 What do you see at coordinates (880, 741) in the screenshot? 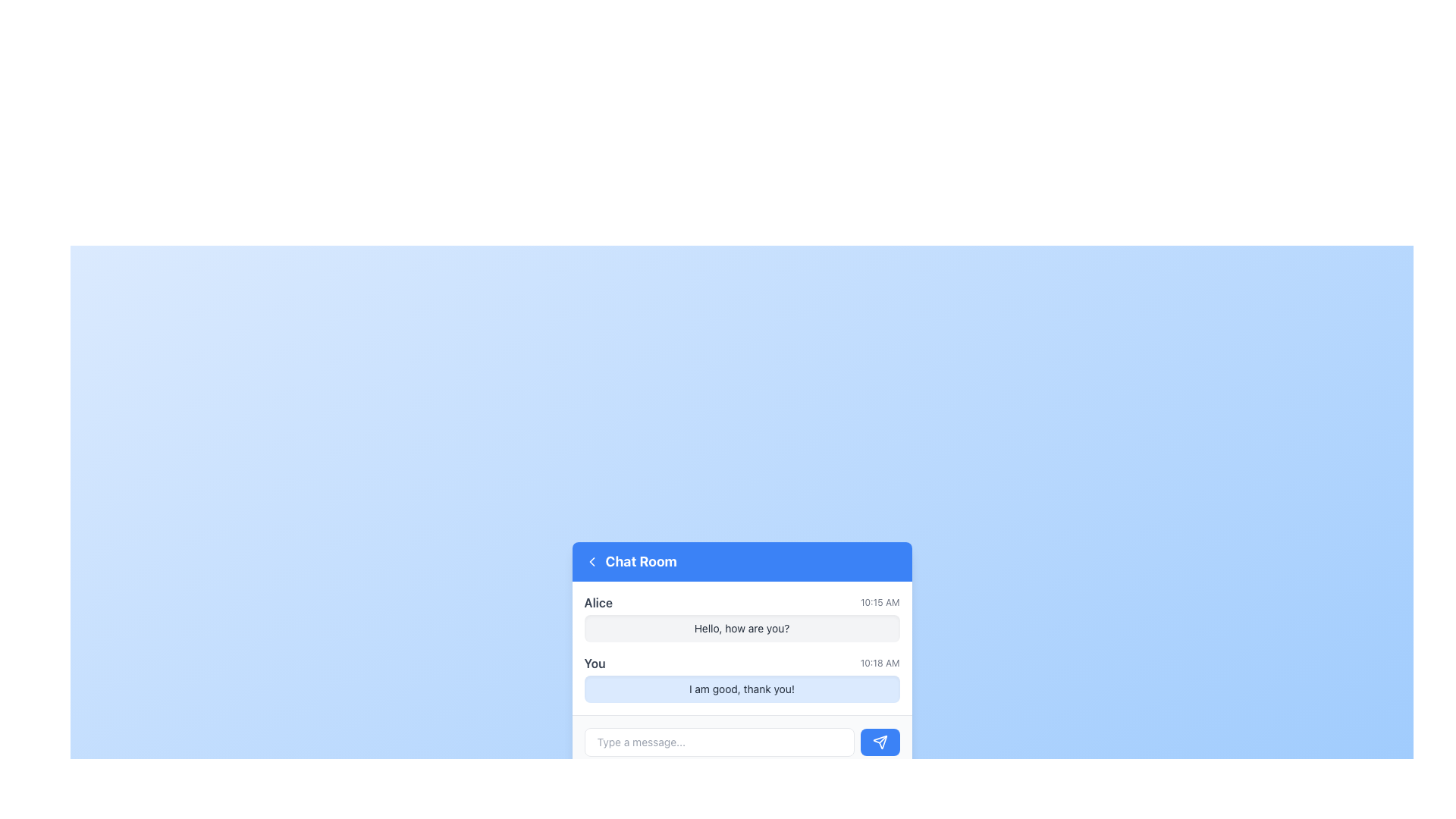
I see `the paper airplane icon located inside the send button at the bottom-right corner of the chat interface` at bounding box center [880, 741].